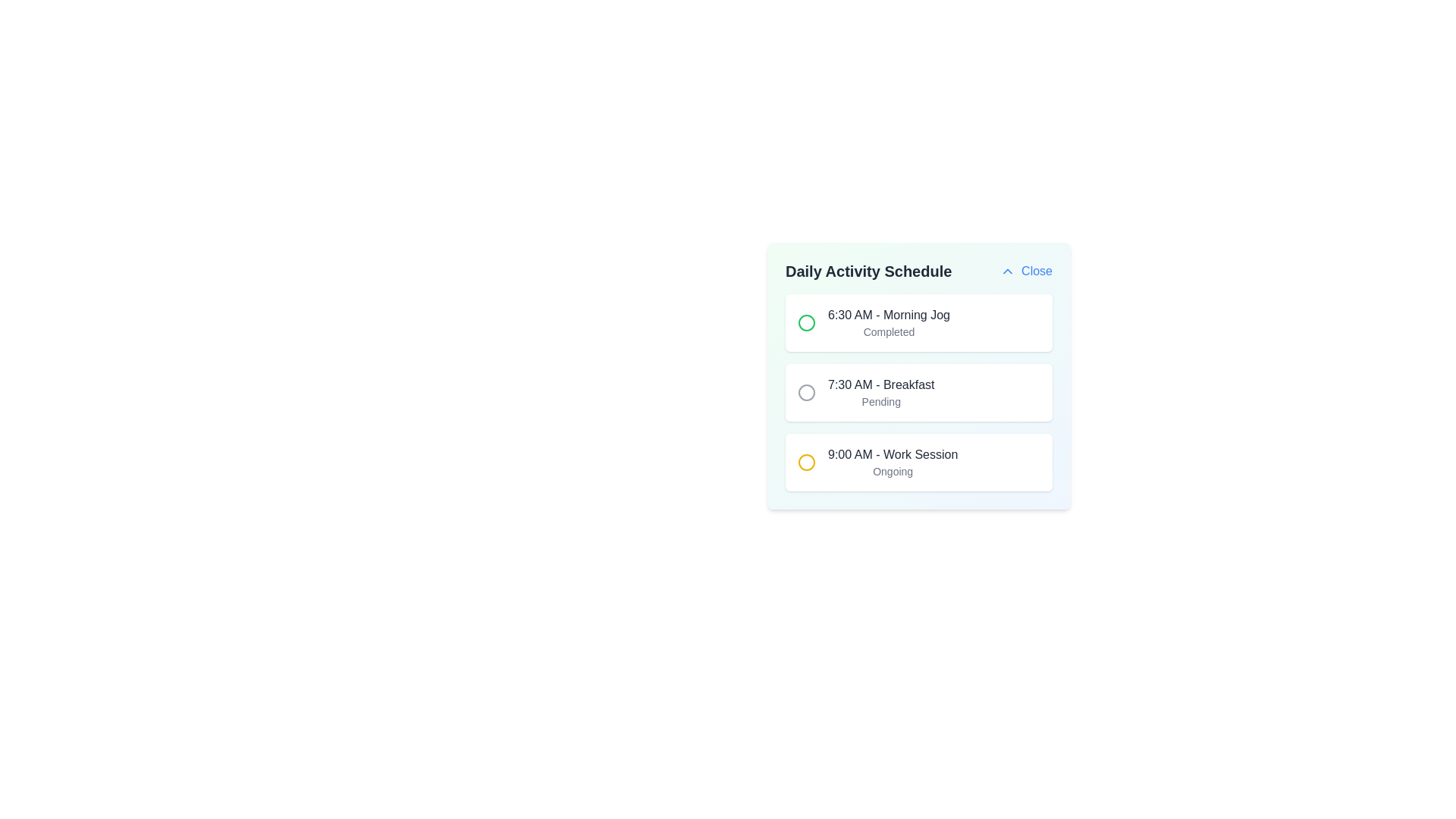 This screenshot has width=1456, height=819. Describe the element at coordinates (893, 461) in the screenshot. I see `text from the Information Label displaying '9:00 AM - Work Session' in bold dark gray and 'Ongoing' in smaller lighter gray font, which is the third item in the Daily Activity Schedule` at that location.